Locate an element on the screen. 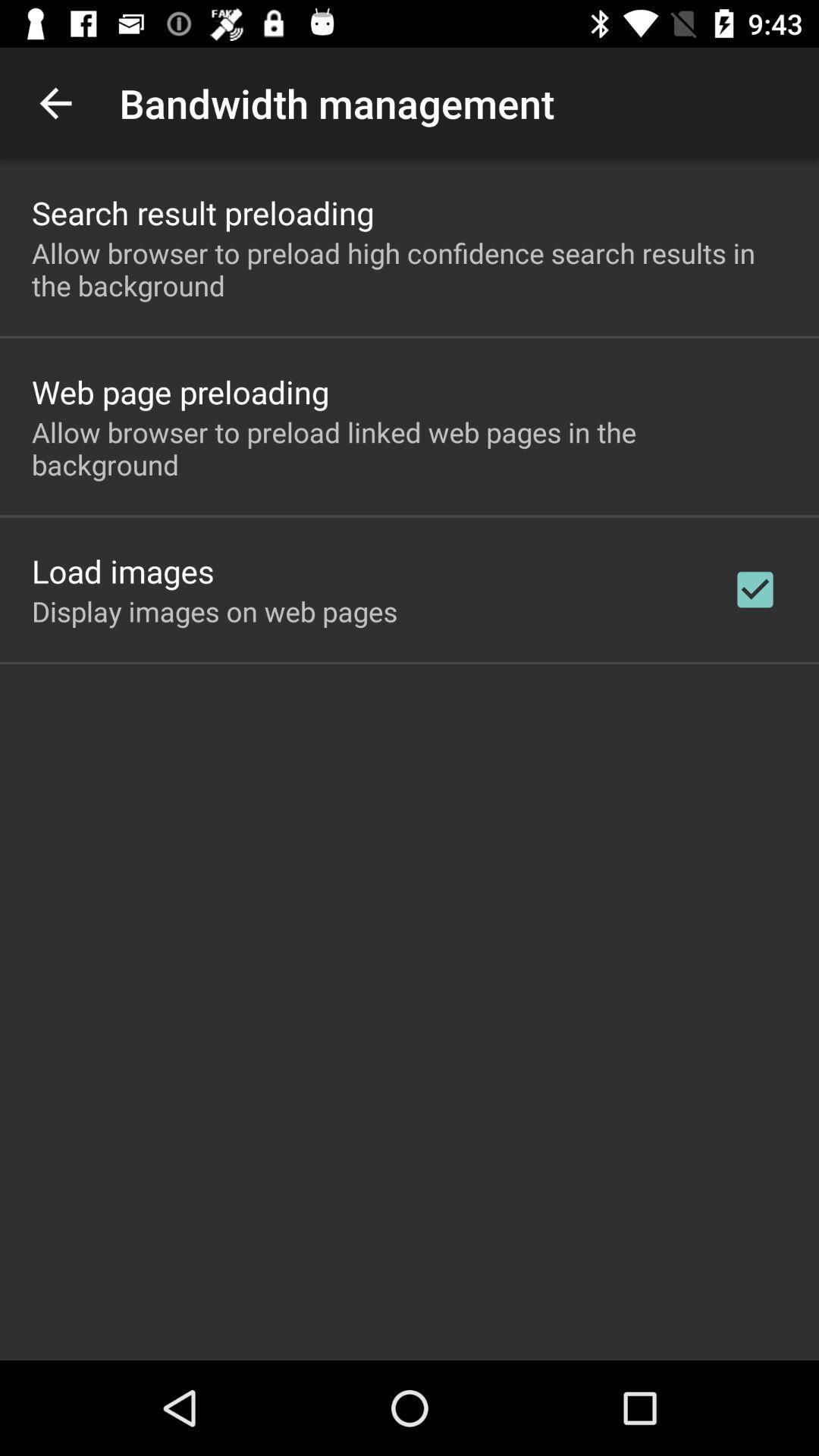  item below allow browser to is located at coordinates (122, 570).